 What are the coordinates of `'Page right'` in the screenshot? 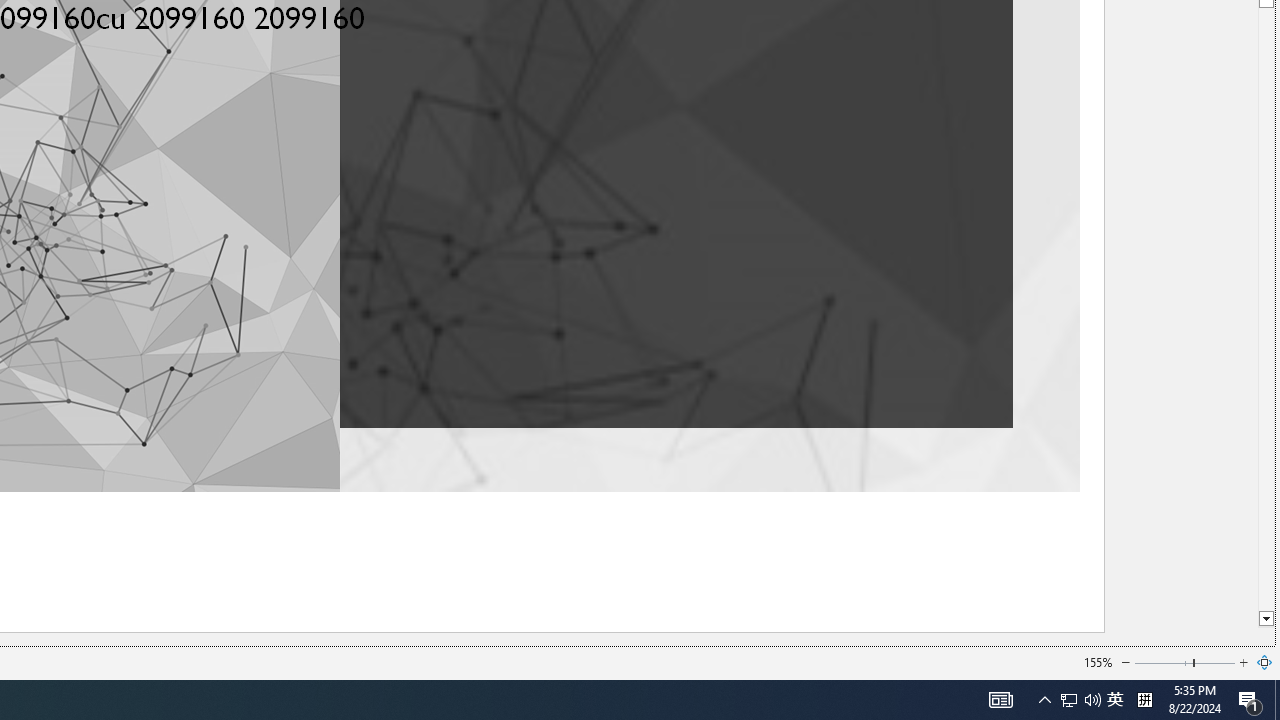 It's located at (1214, 663).